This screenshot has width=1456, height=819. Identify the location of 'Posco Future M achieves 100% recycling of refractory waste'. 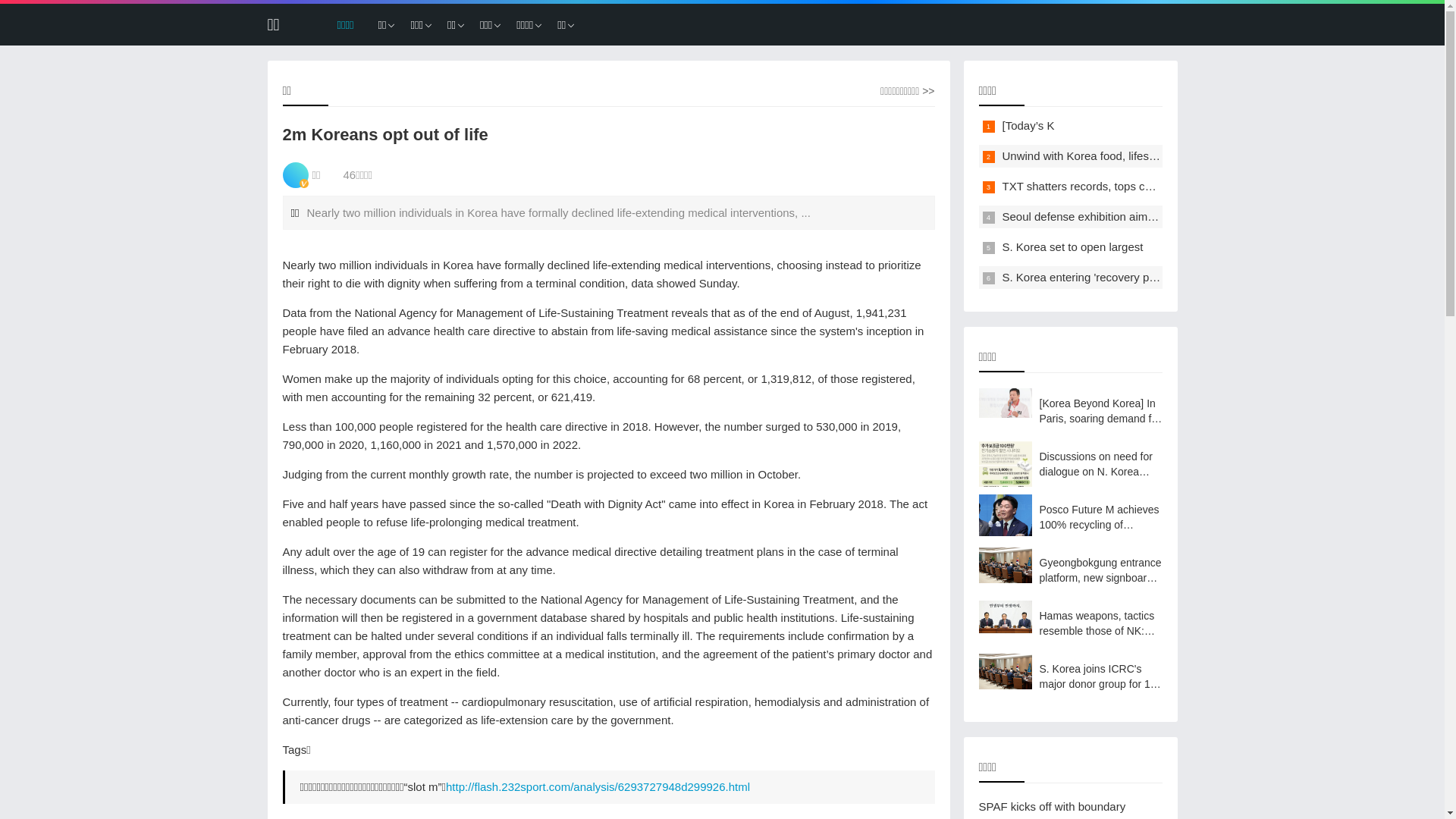
(1069, 516).